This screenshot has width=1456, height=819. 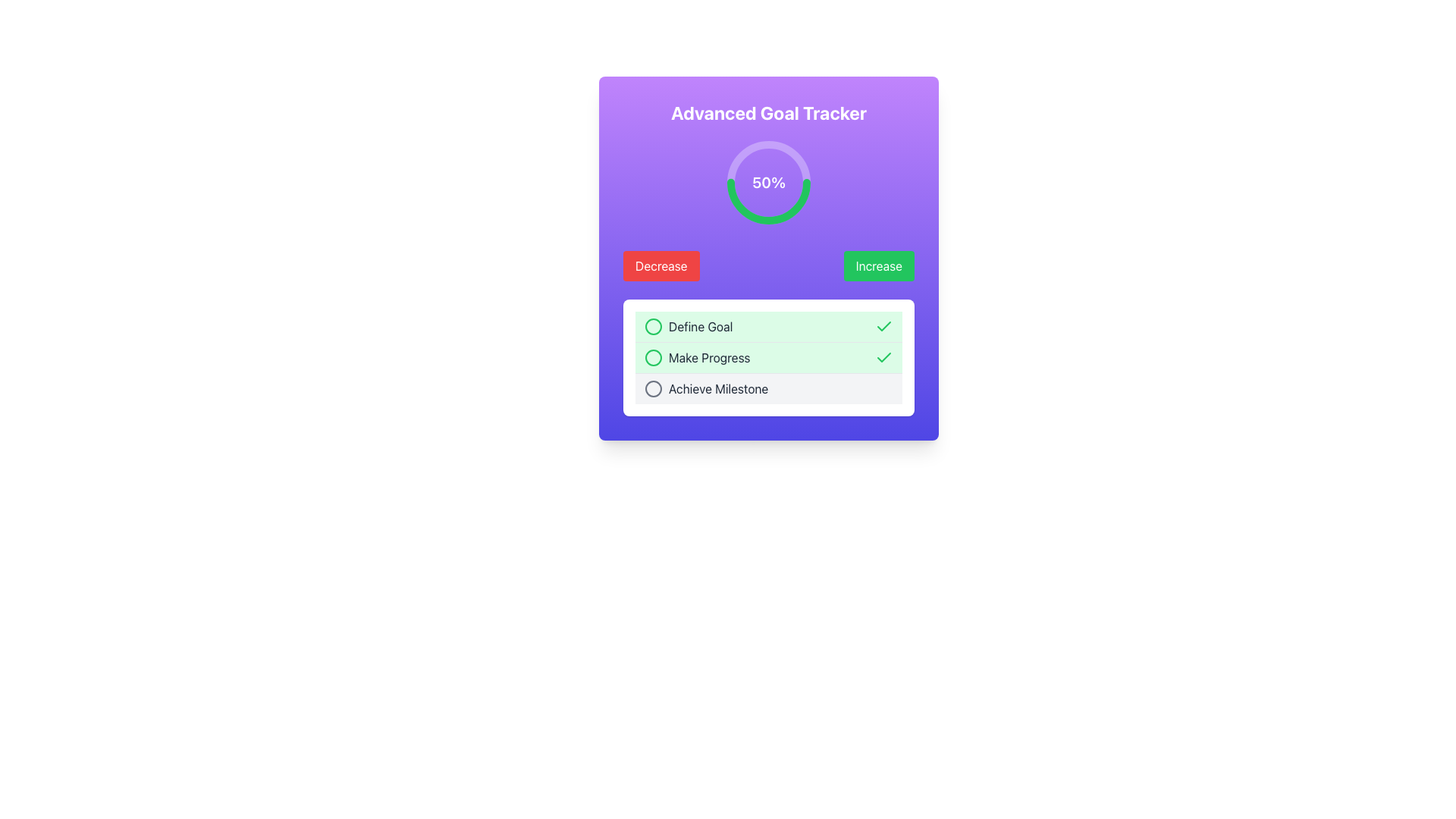 I want to click on the center of the Selectable Indicator for the 'Define Goal' option in the checklist under 'Advanced Goal Tracker', so click(x=654, y=326).